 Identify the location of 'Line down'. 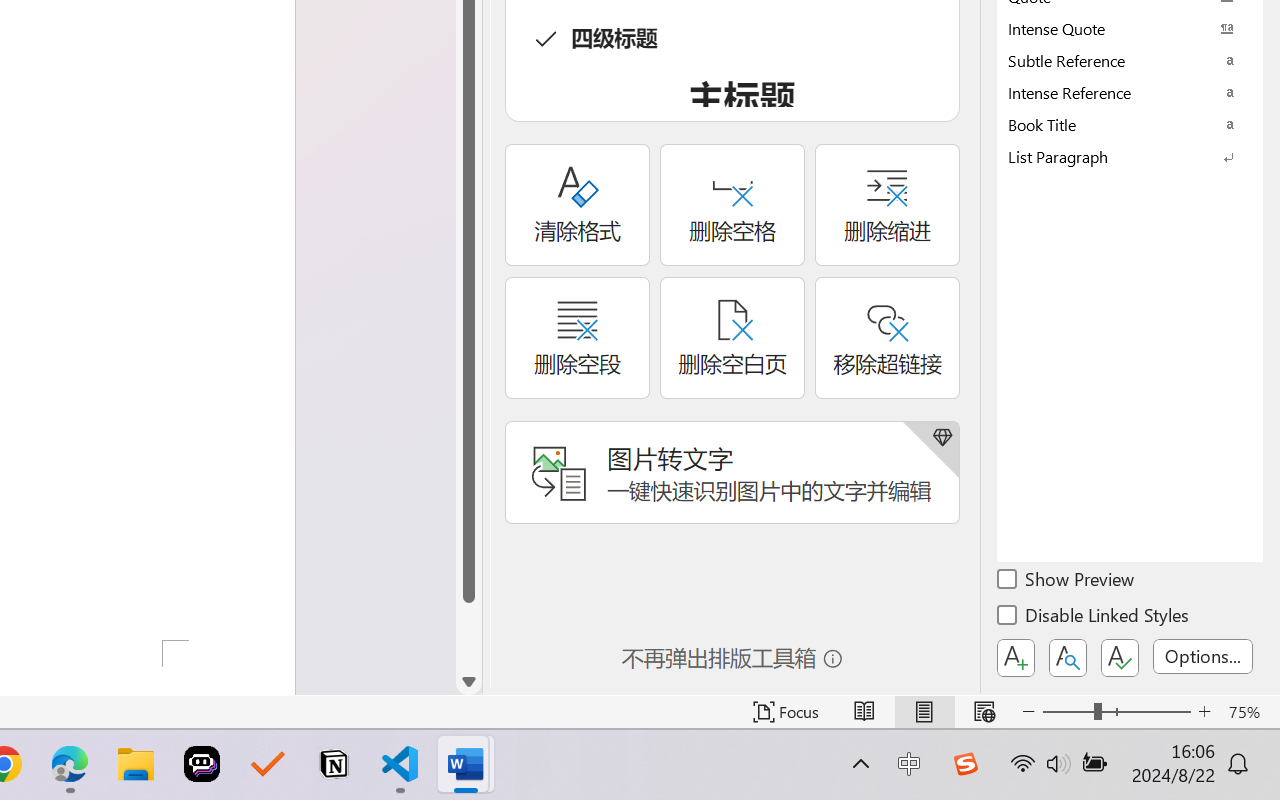
(468, 682).